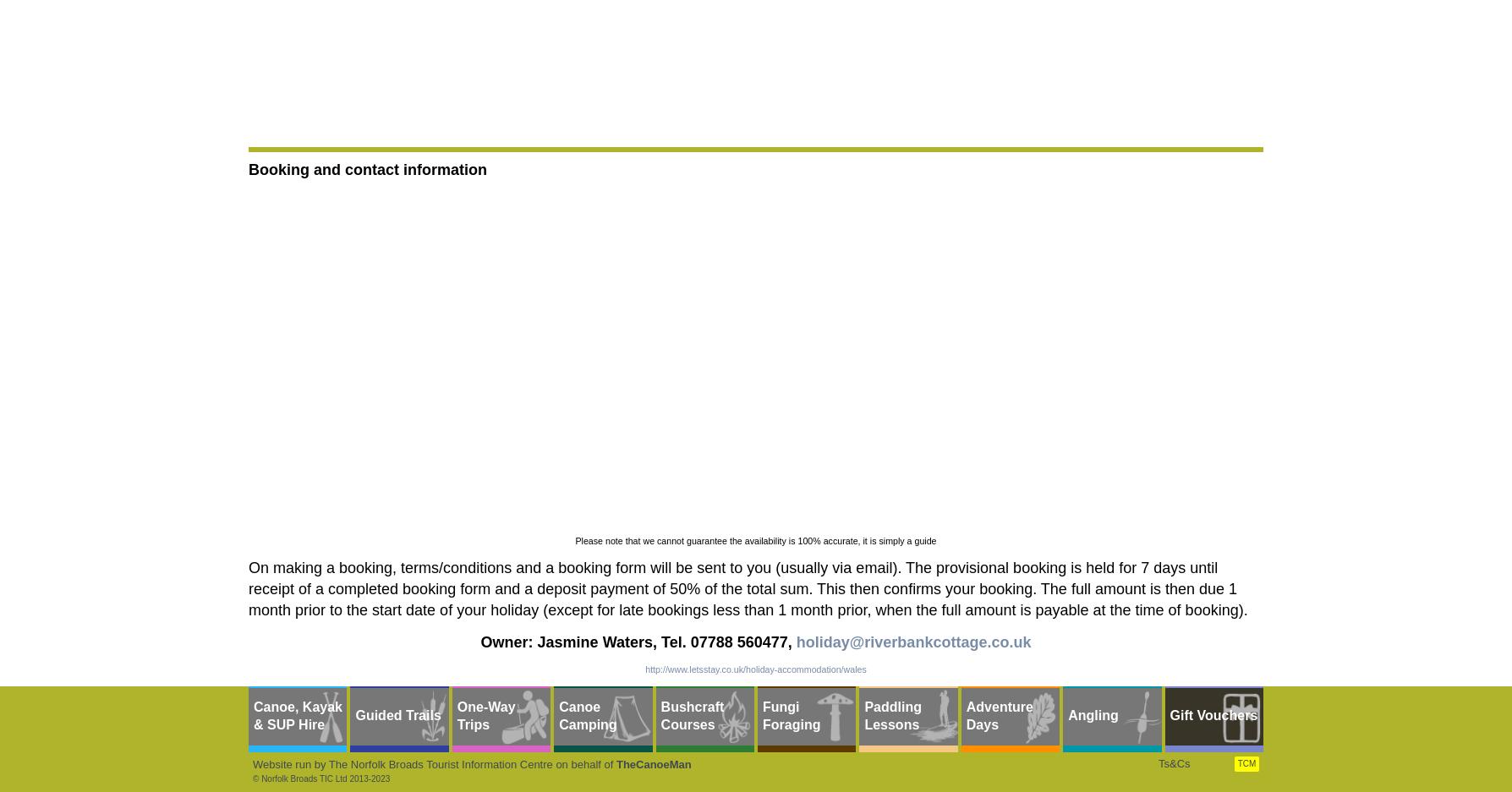 The width and height of the screenshot is (1512, 792). I want to click on 'Ts&Cs', so click(1174, 762).